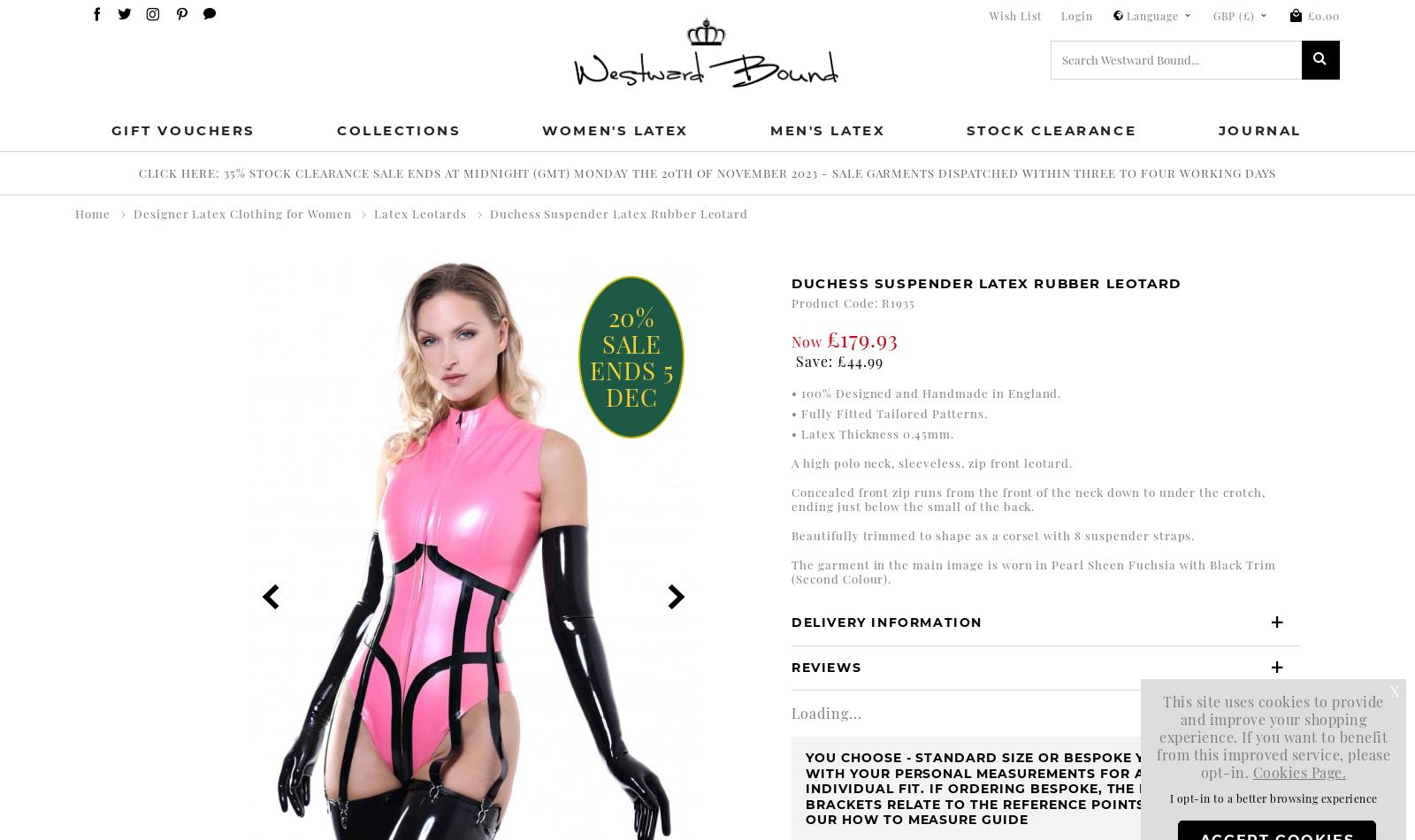 The width and height of the screenshot is (1415, 840). I want to click on 'Latex Spats and Socks', so click(242, 557).